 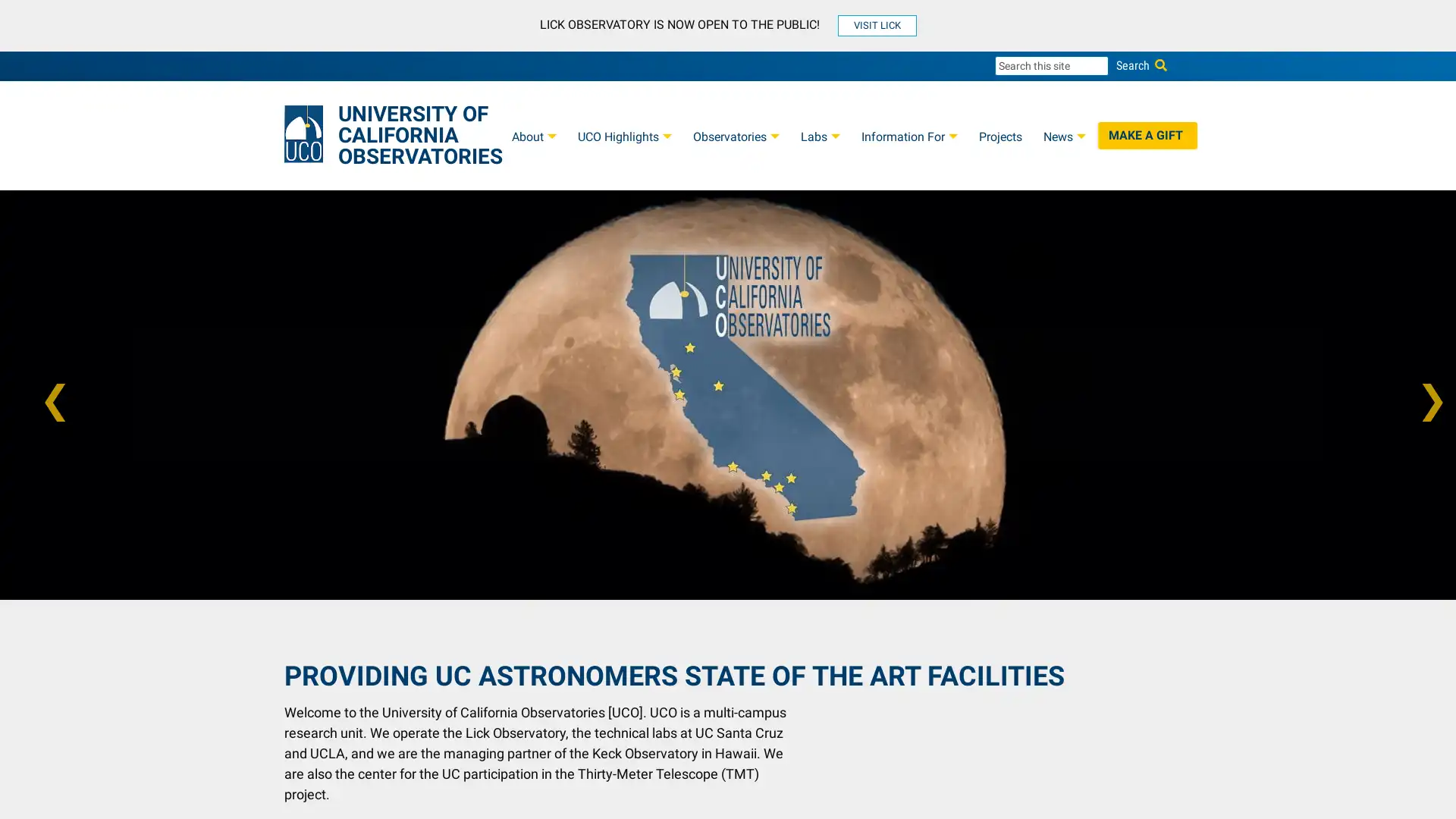 What do you see at coordinates (1415, 394) in the screenshot?
I see `Next` at bounding box center [1415, 394].